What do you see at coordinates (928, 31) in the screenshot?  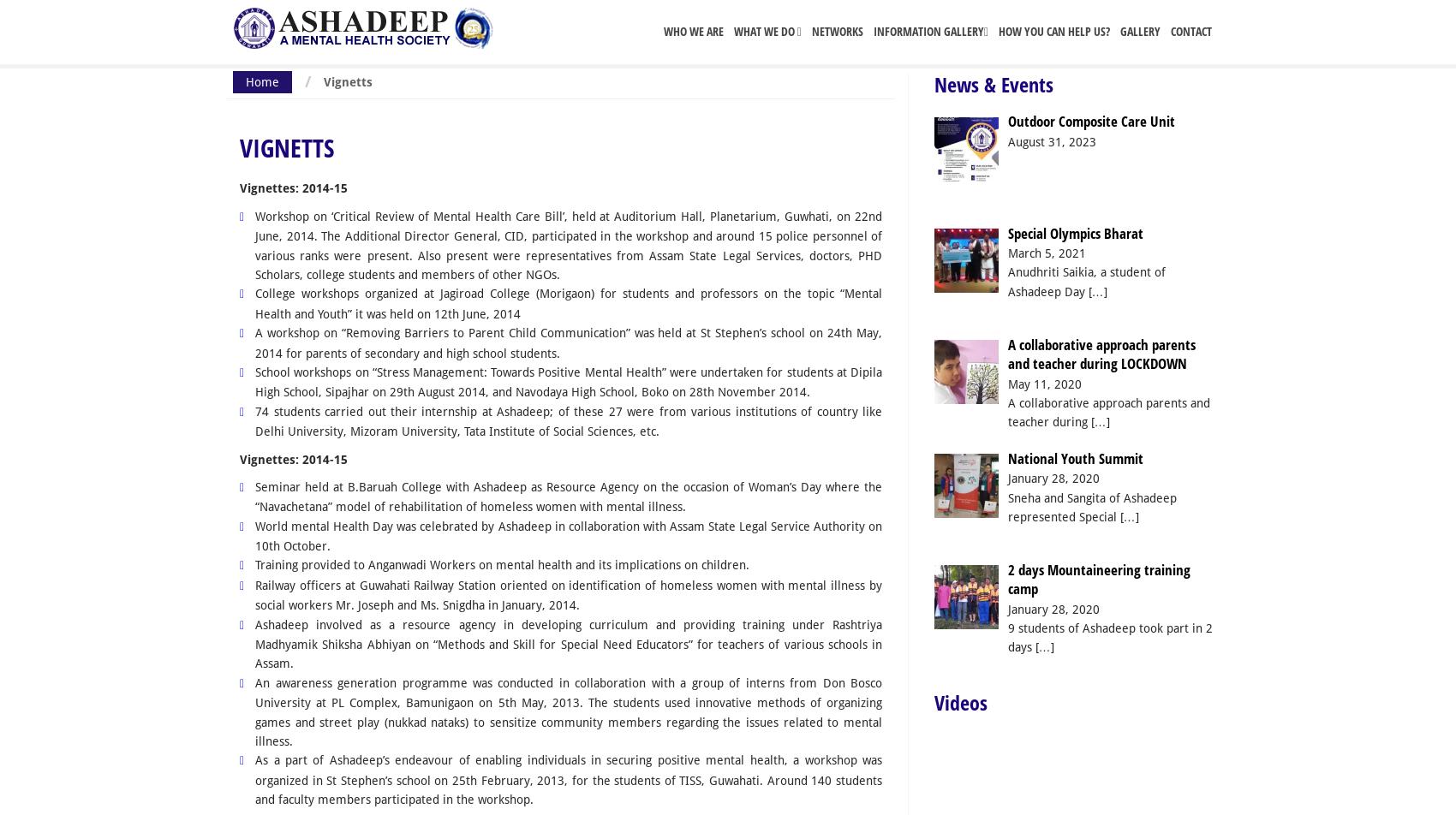 I see `'Information Gallery'` at bounding box center [928, 31].